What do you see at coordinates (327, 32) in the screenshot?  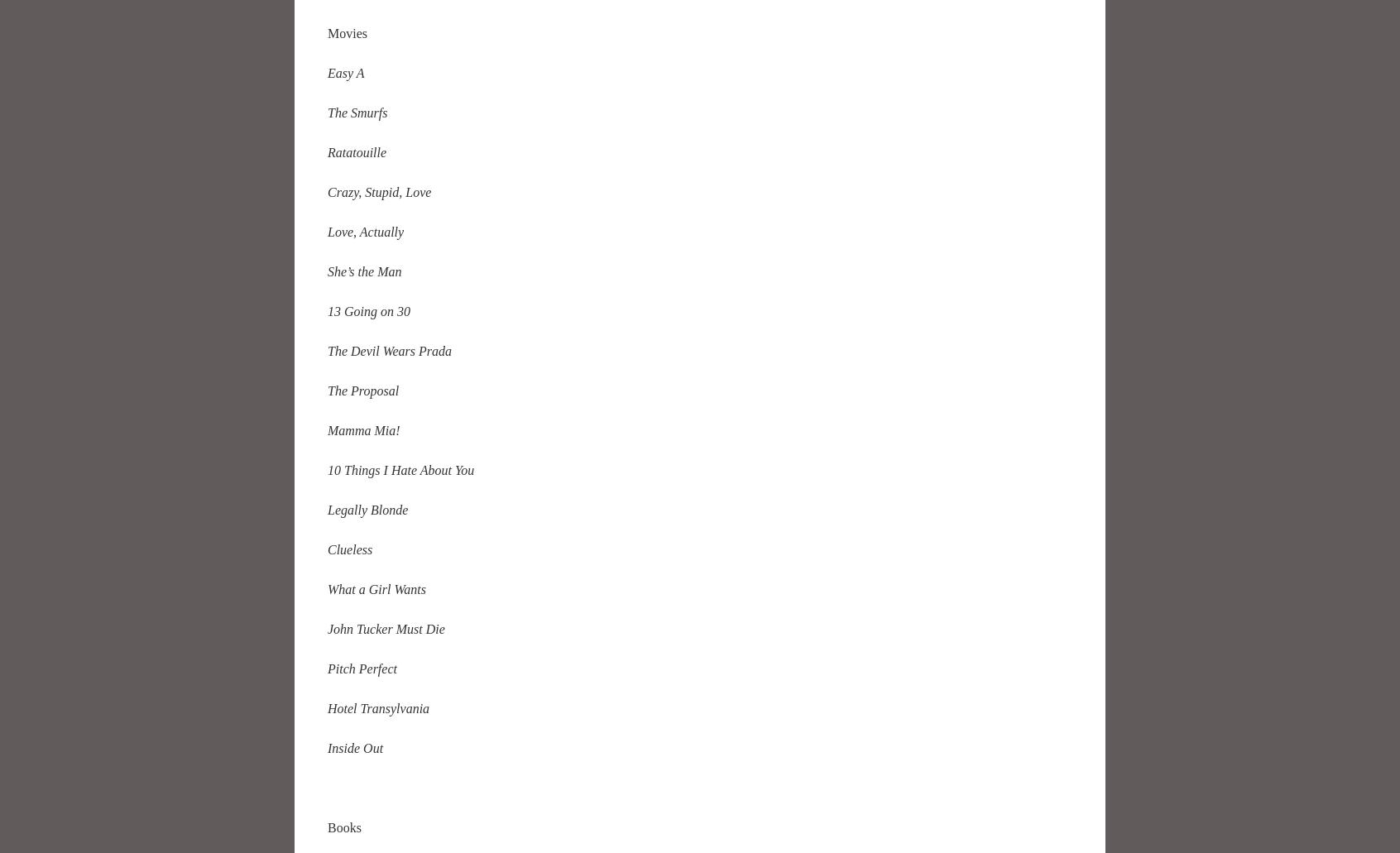 I see `'Movies'` at bounding box center [327, 32].